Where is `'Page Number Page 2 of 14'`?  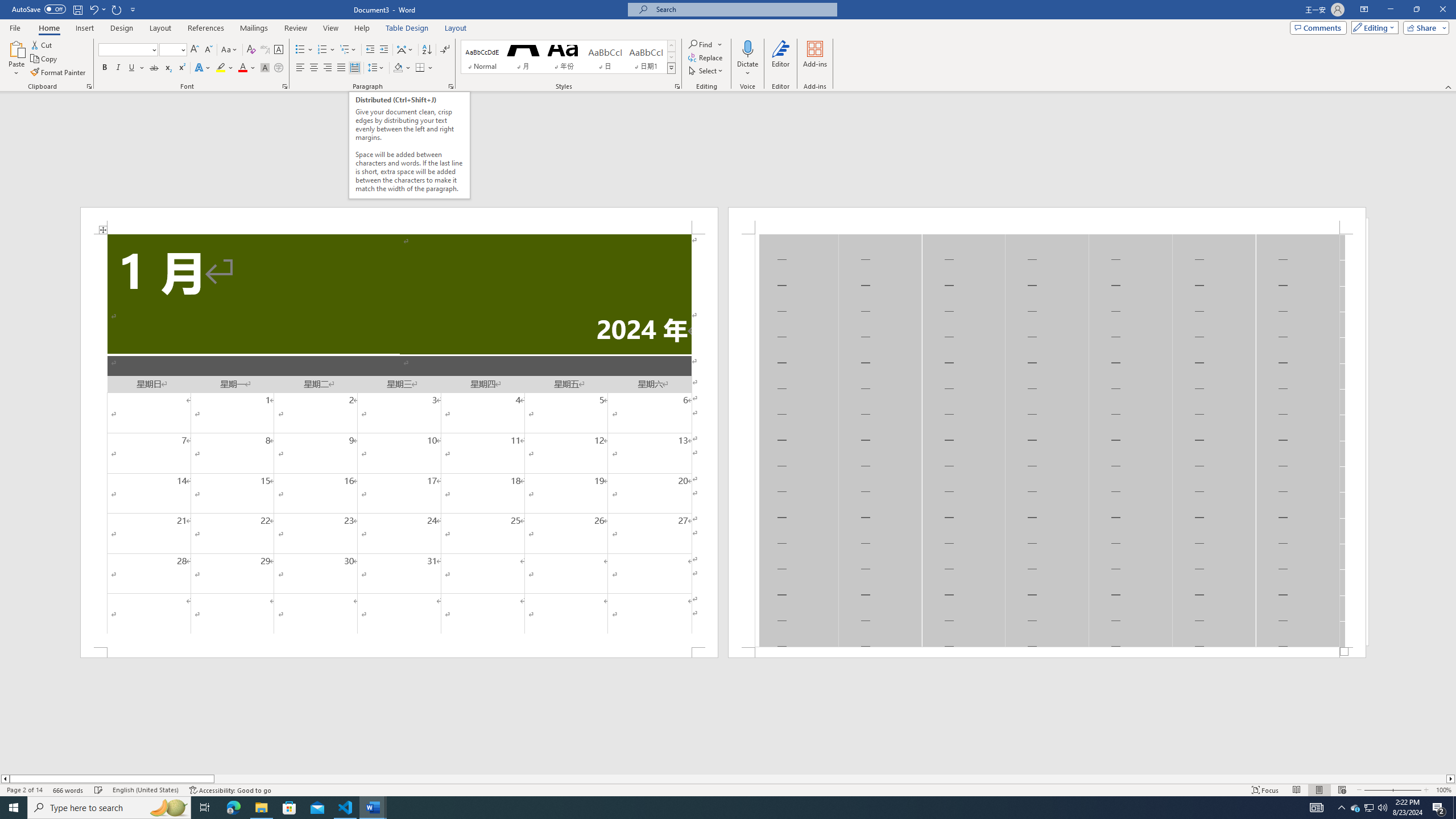
'Page Number Page 2 of 14' is located at coordinates (24, 790).